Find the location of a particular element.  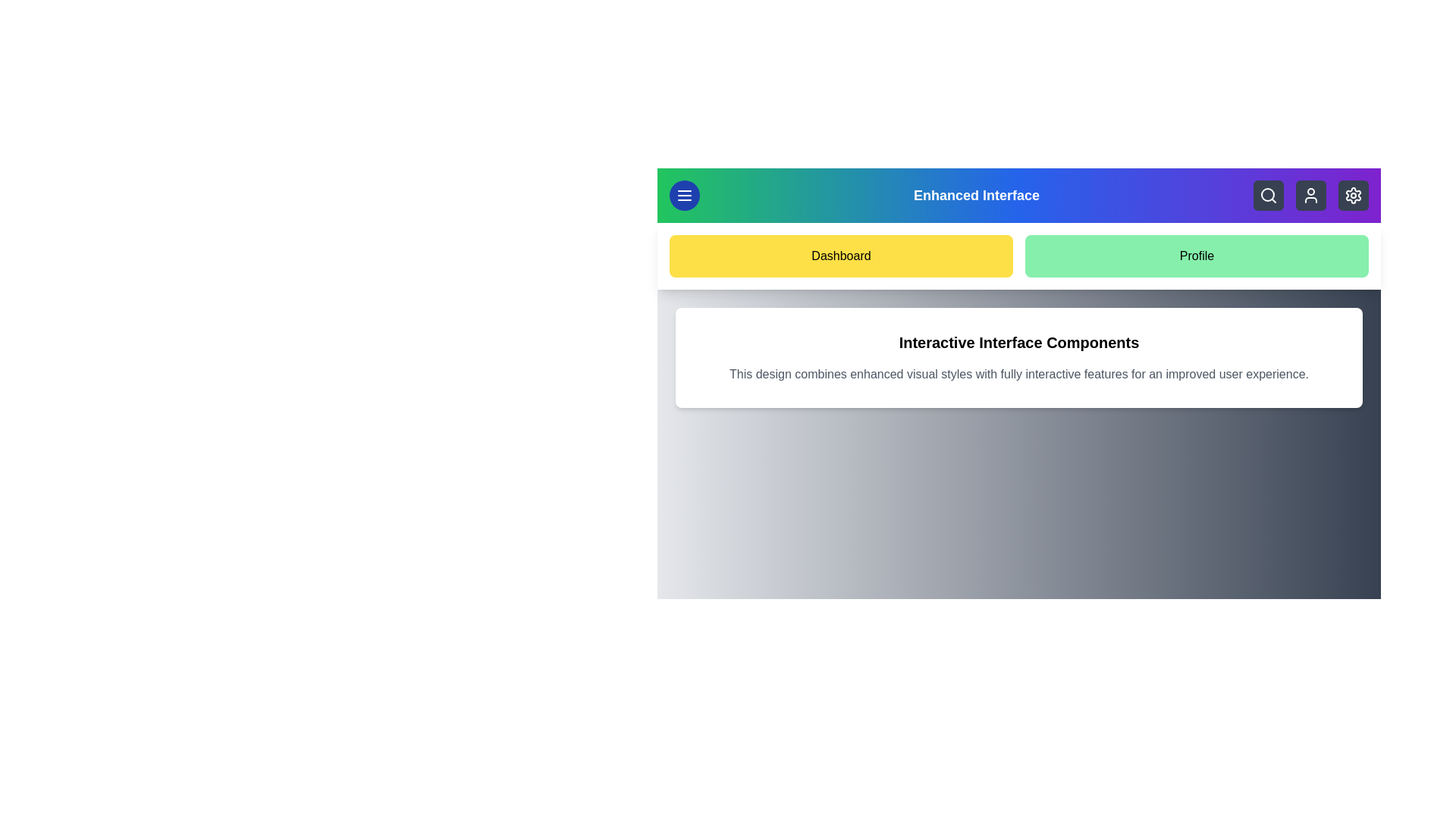

the user icon to access account settings is located at coordinates (1310, 195).